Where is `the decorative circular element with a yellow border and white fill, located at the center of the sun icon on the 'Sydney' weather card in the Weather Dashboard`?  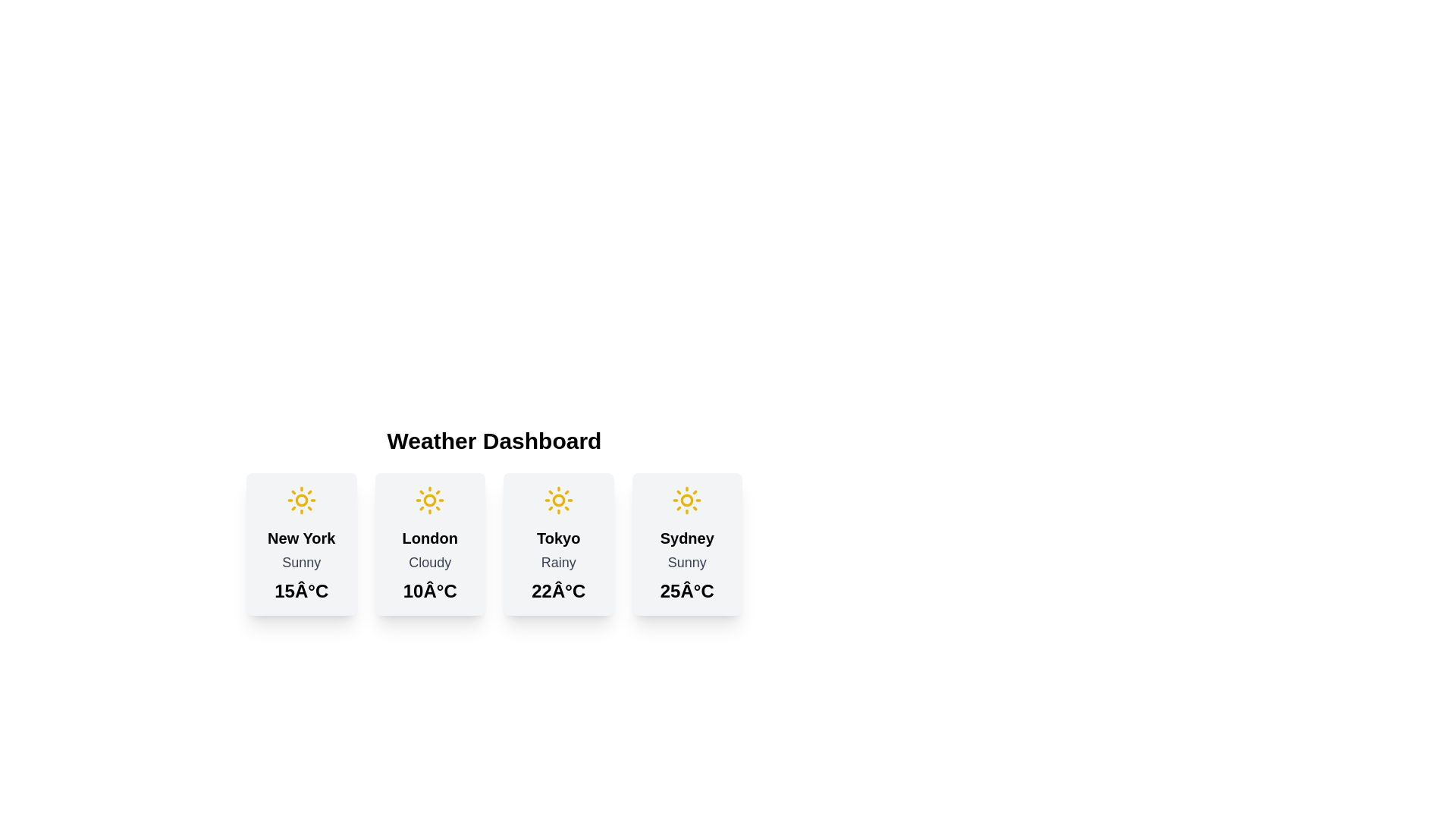 the decorative circular element with a yellow border and white fill, located at the center of the sun icon on the 'Sydney' weather card in the Weather Dashboard is located at coordinates (686, 500).